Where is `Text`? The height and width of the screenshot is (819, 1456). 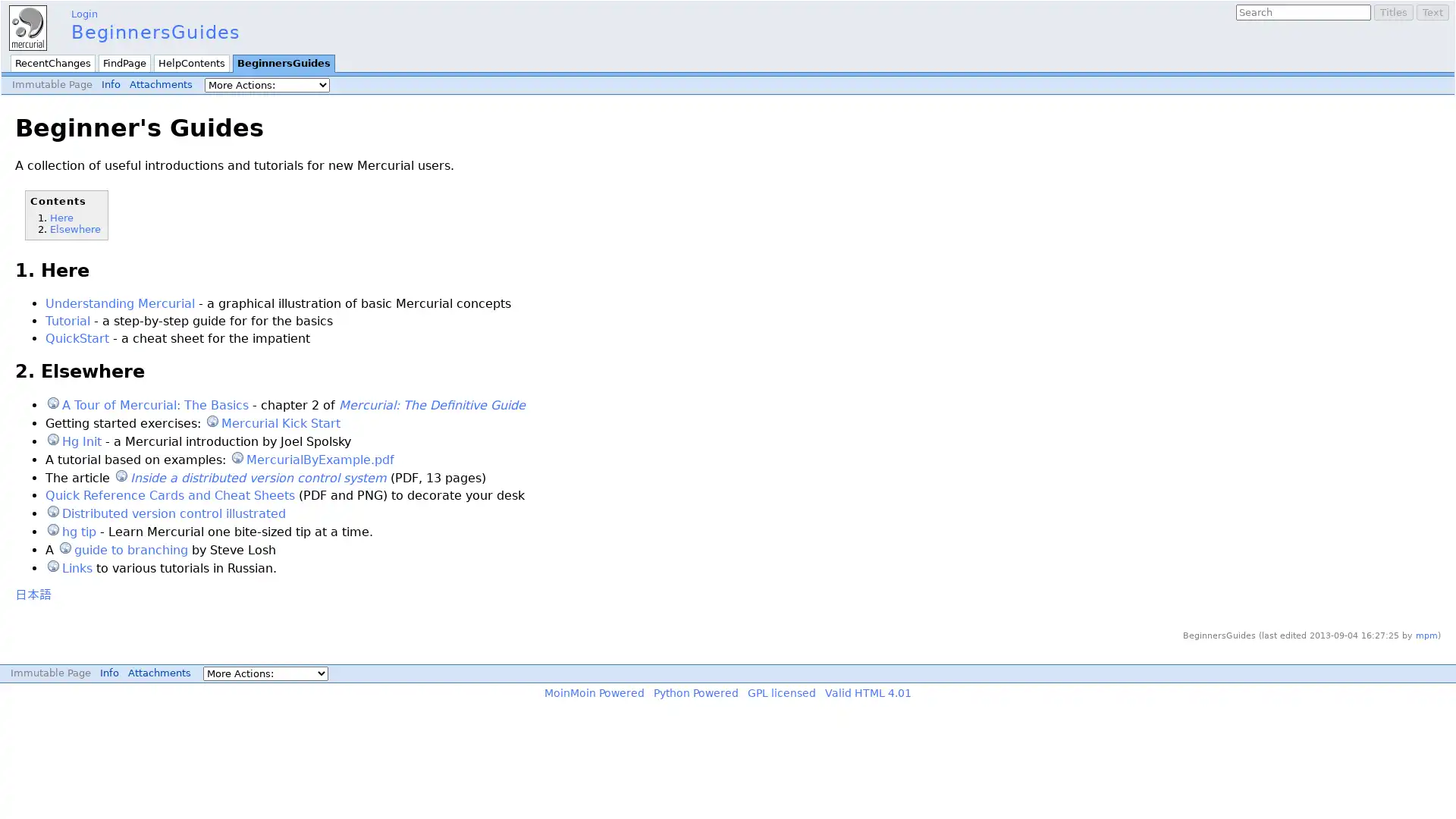 Text is located at coordinates (1432, 12).